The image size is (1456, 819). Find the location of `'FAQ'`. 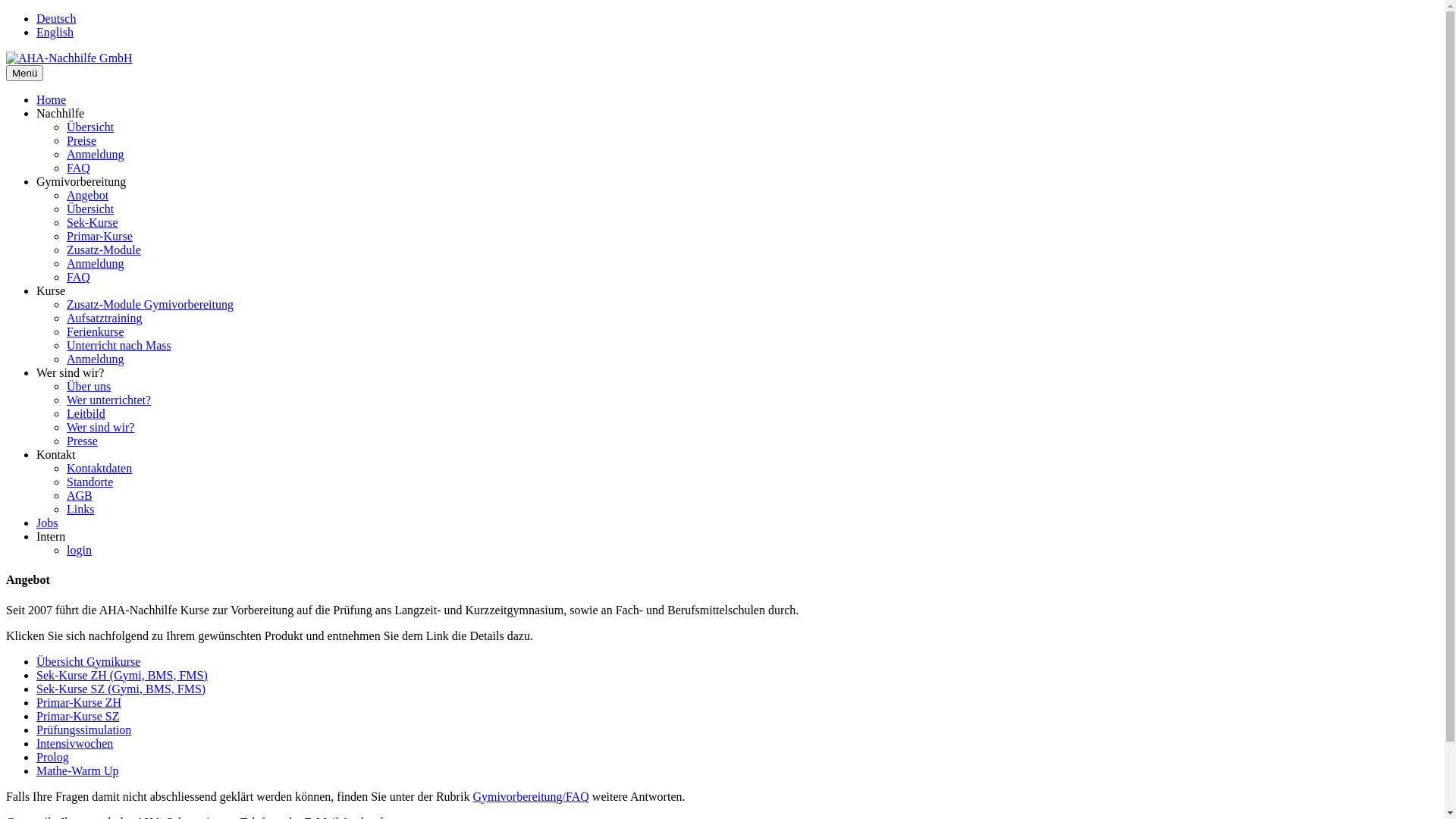

'FAQ' is located at coordinates (77, 168).